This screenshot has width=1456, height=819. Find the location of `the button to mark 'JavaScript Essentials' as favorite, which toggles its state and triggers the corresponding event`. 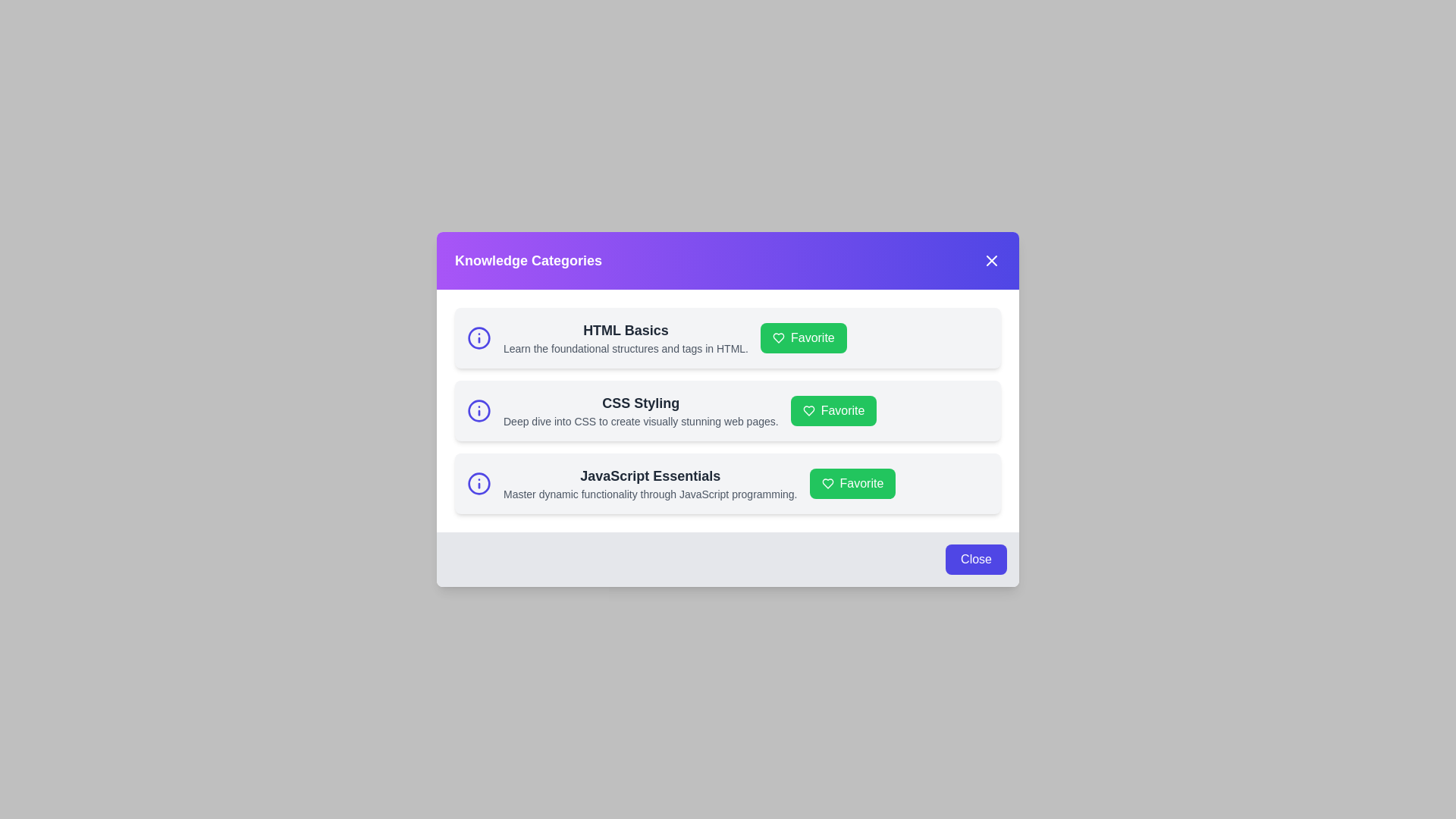

the button to mark 'JavaScript Essentials' as favorite, which toggles its state and triggers the corresponding event is located at coordinates (852, 483).